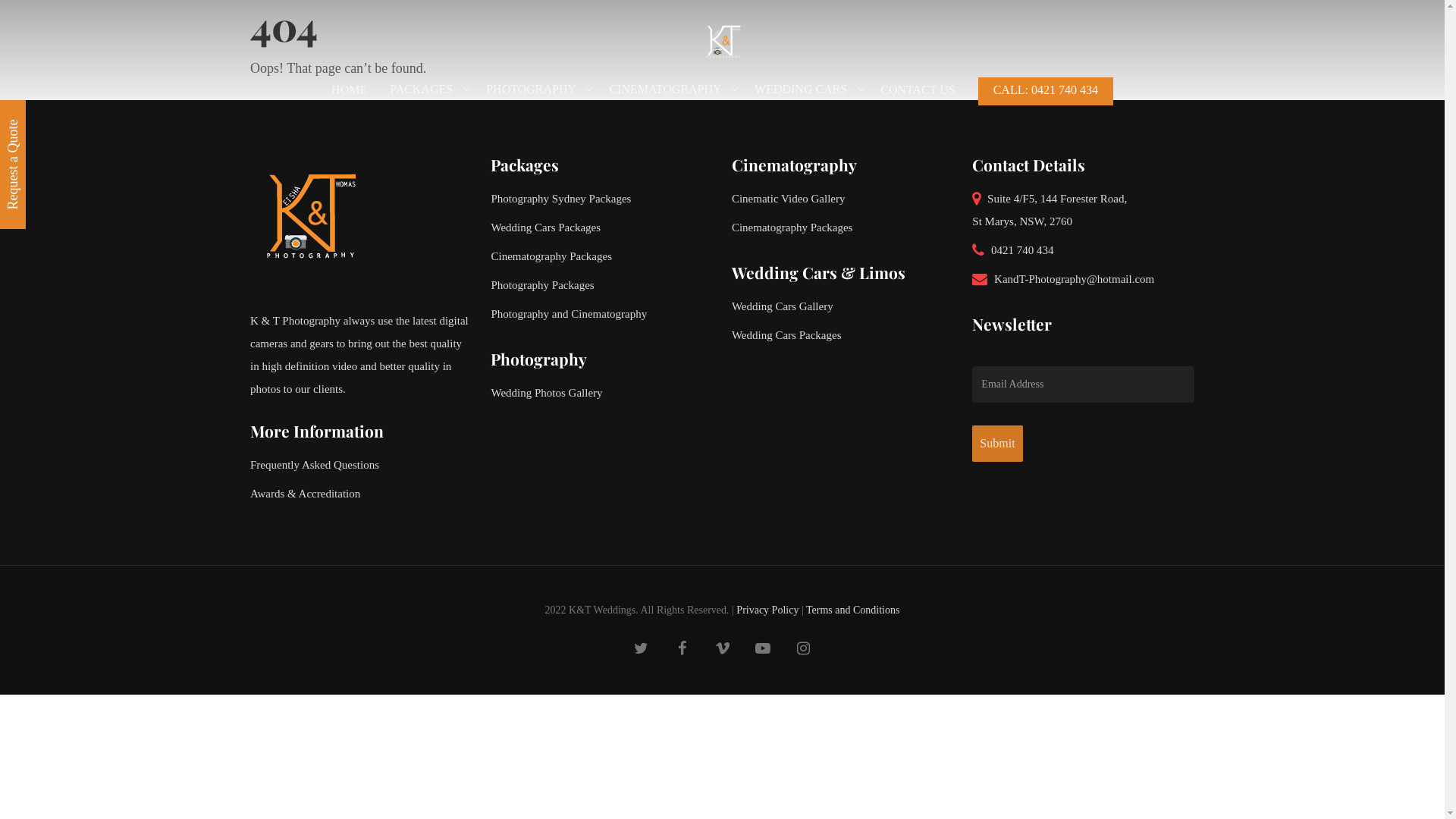  Describe the element at coordinates (348, 97) in the screenshot. I see `'HOME'` at that location.